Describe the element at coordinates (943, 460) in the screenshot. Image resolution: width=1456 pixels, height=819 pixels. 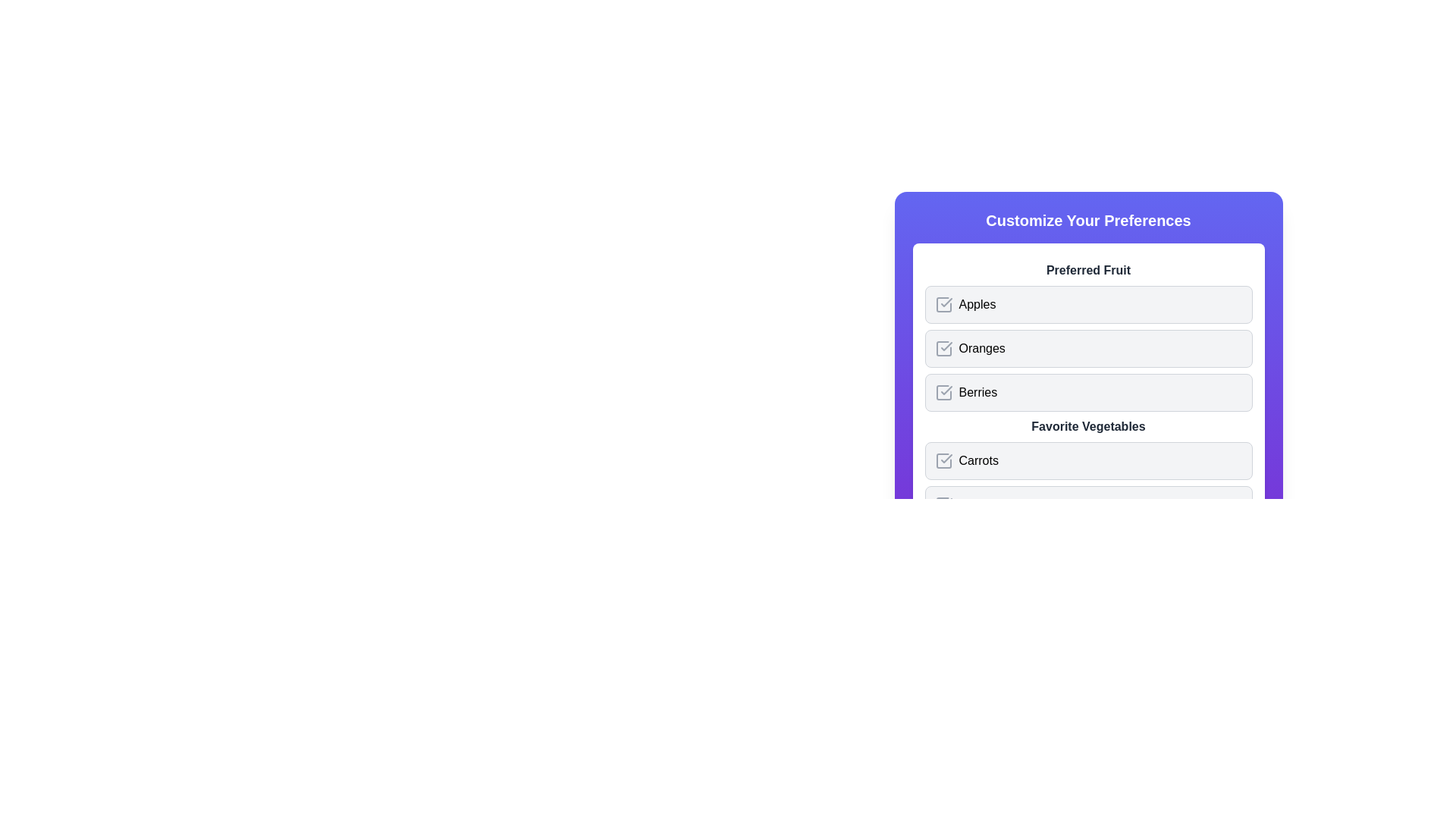
I see `the checkbox icon for 'Carrots' under the 'Favorite Vegetables' section` at that location.